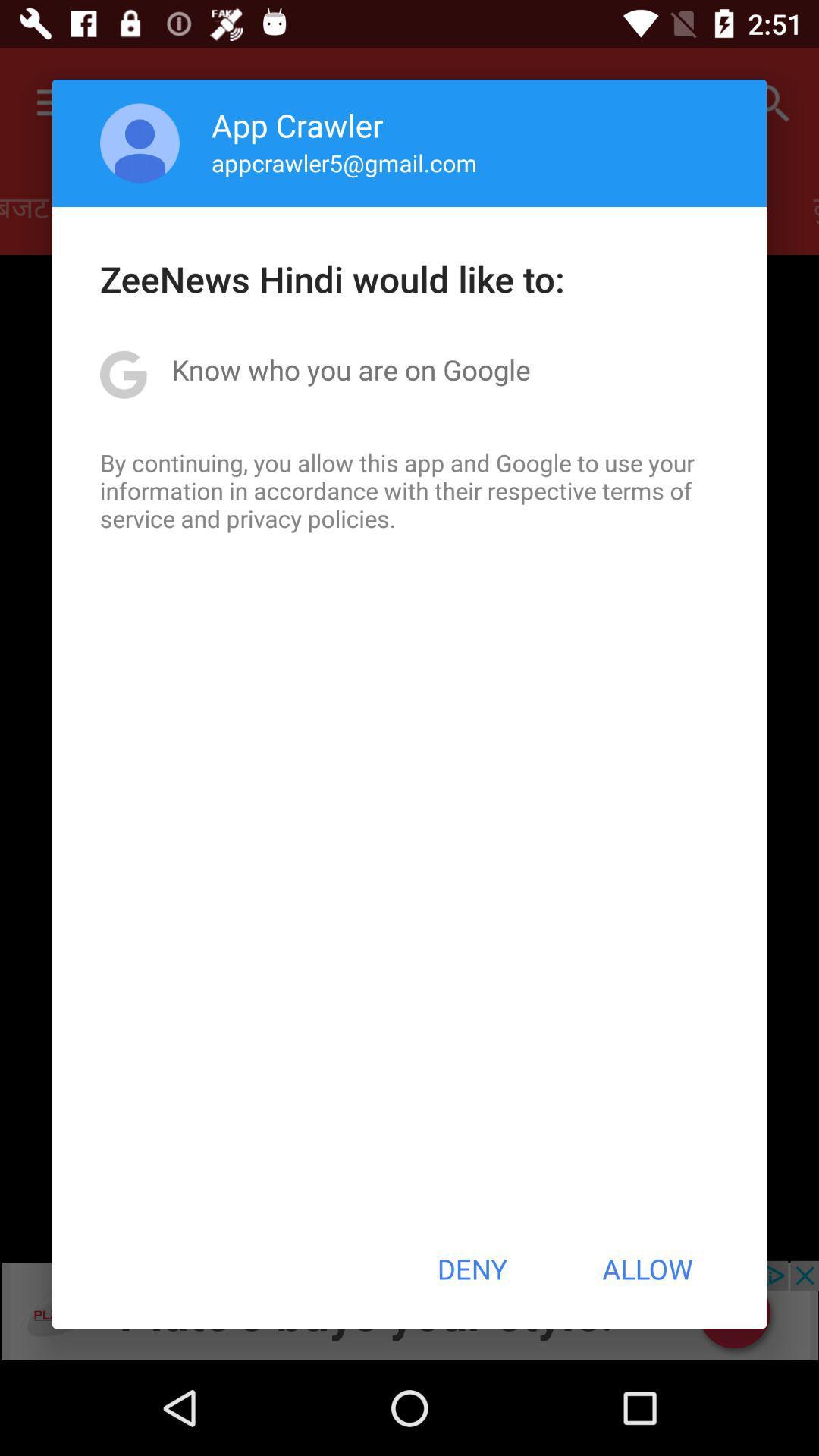 This screenshot has width=819, height=1456. What do you see at coordinates (471, 1269) in the screenshot?
I see `the icon at the bottom` at bounding box center [471, 1269].